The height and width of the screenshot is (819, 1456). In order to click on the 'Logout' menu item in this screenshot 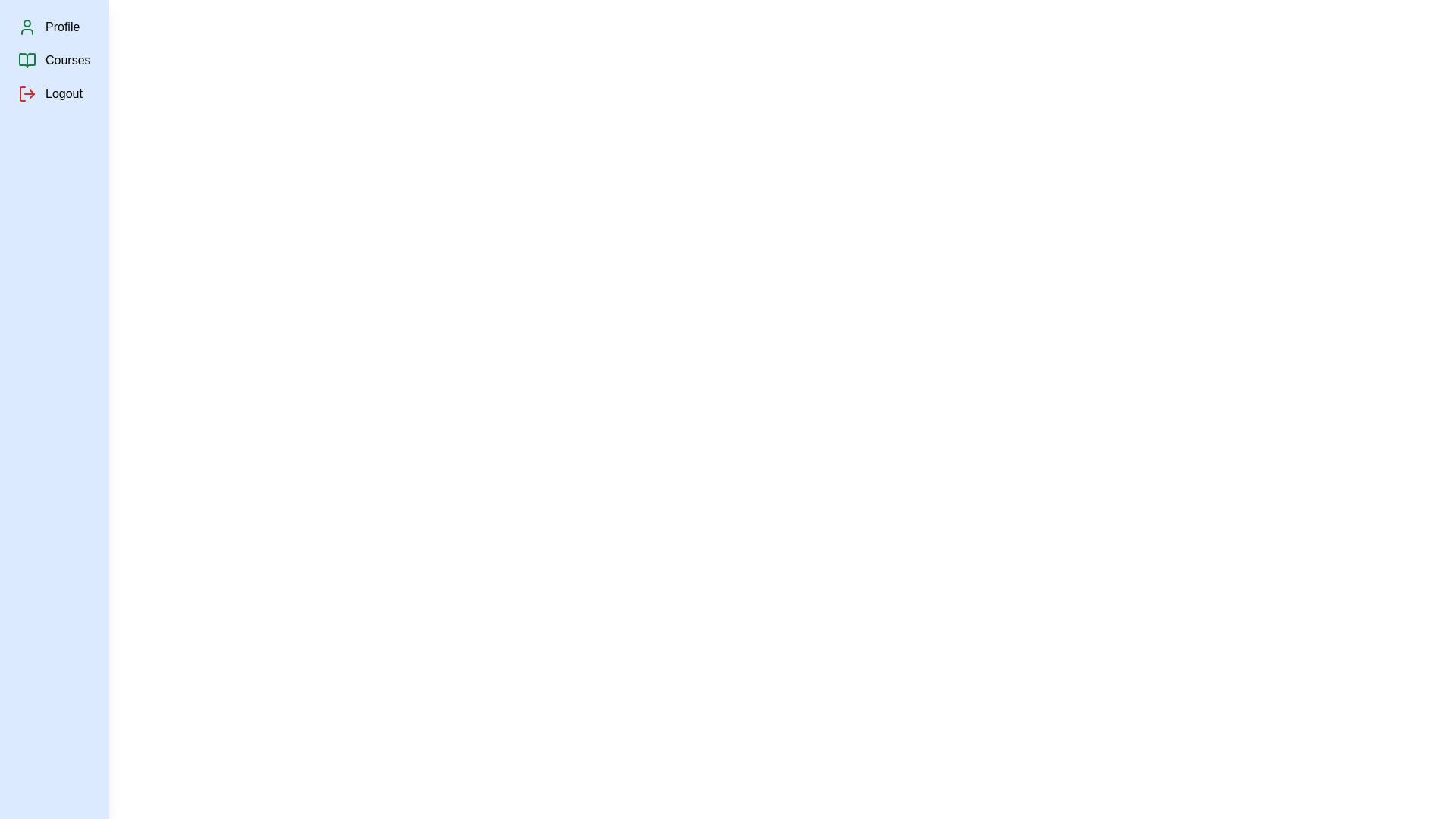, I will do `click(62, 93)`.